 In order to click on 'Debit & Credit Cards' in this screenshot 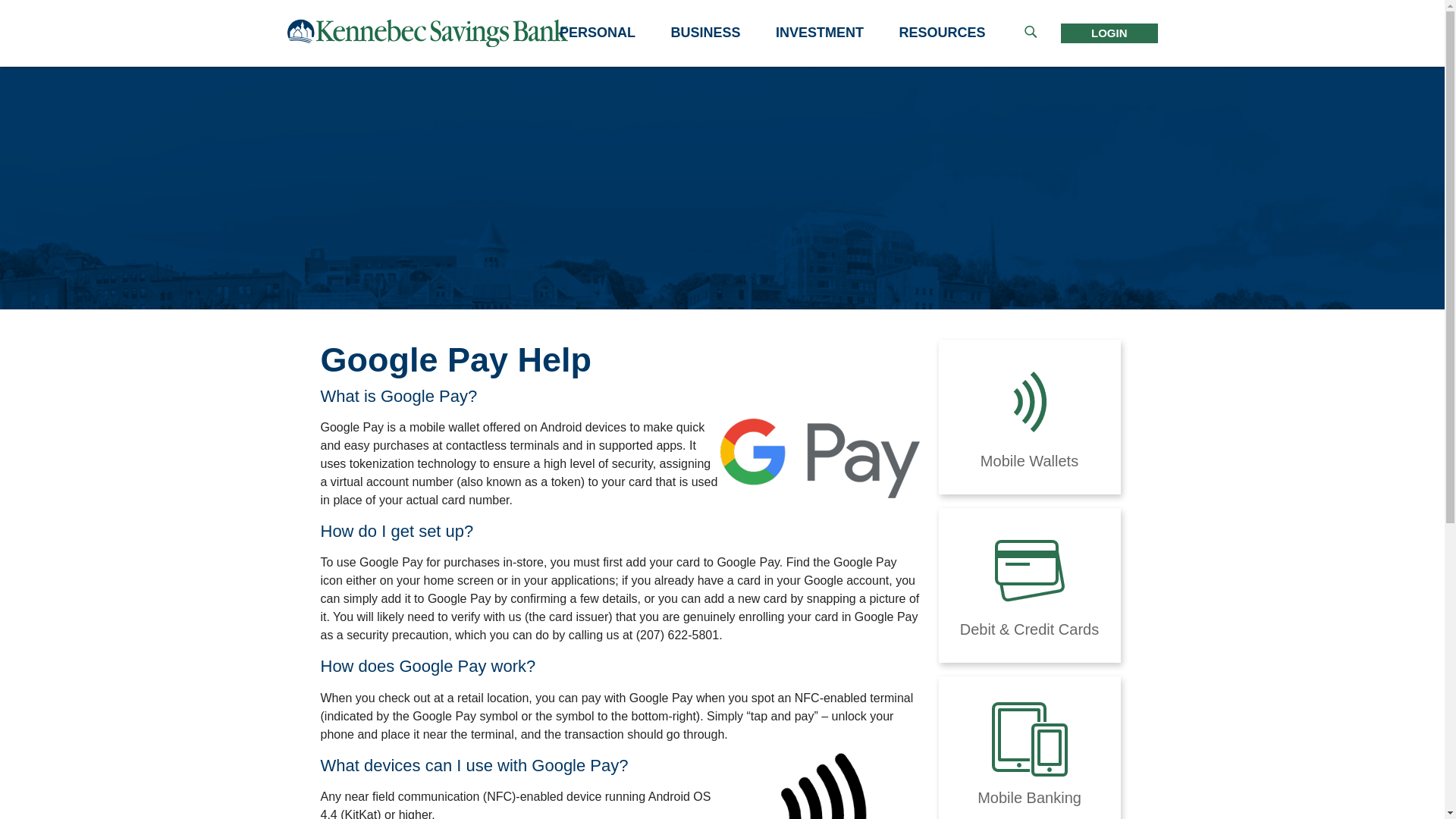, I will do `click(1030, 584)`.